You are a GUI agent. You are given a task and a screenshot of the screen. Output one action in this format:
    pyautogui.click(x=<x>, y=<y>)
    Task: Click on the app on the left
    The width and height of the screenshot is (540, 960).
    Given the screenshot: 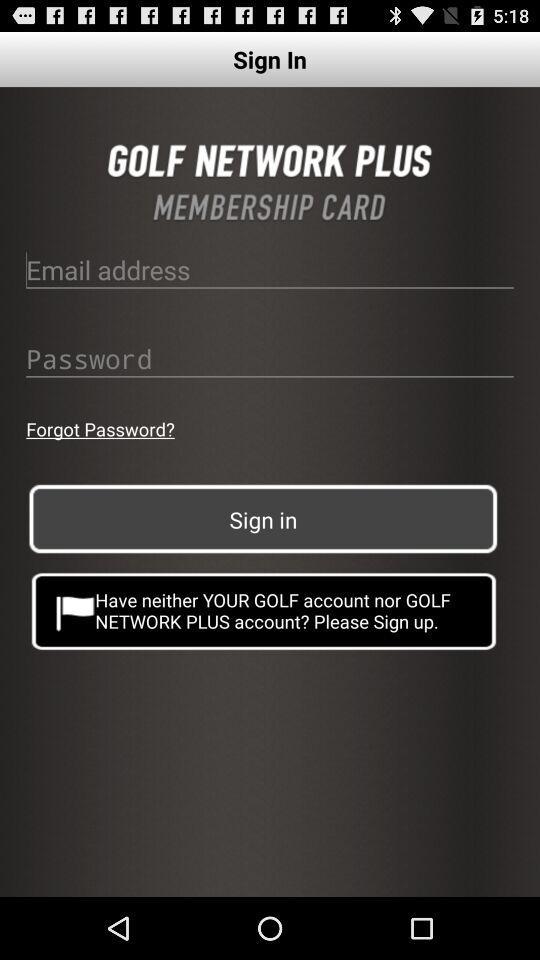 What is the action you would take?
    pyautogui.click(x=99, y=429)
    